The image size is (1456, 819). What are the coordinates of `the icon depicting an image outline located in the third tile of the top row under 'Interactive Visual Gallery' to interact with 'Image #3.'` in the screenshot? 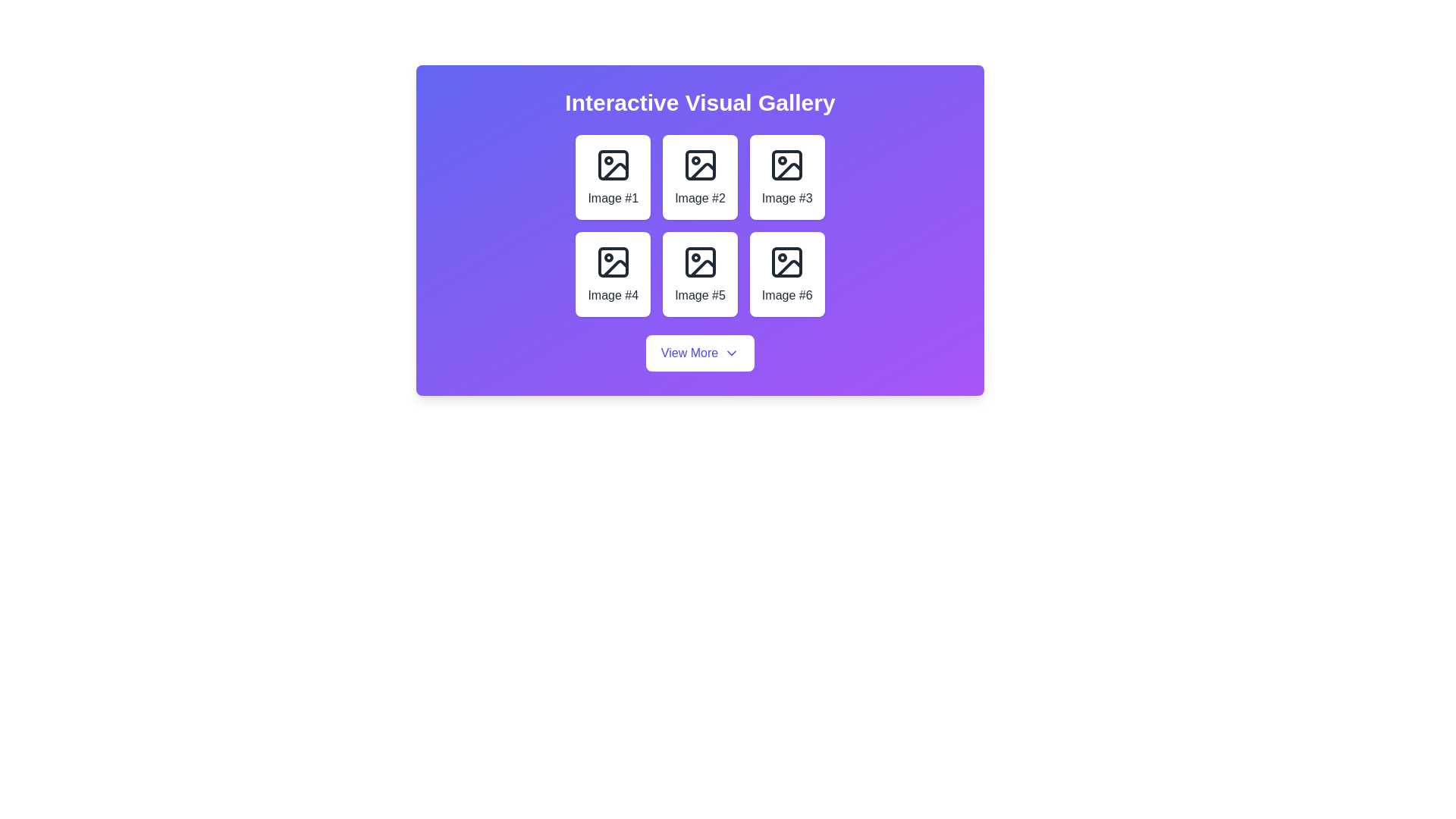 It's located at (786, 165).